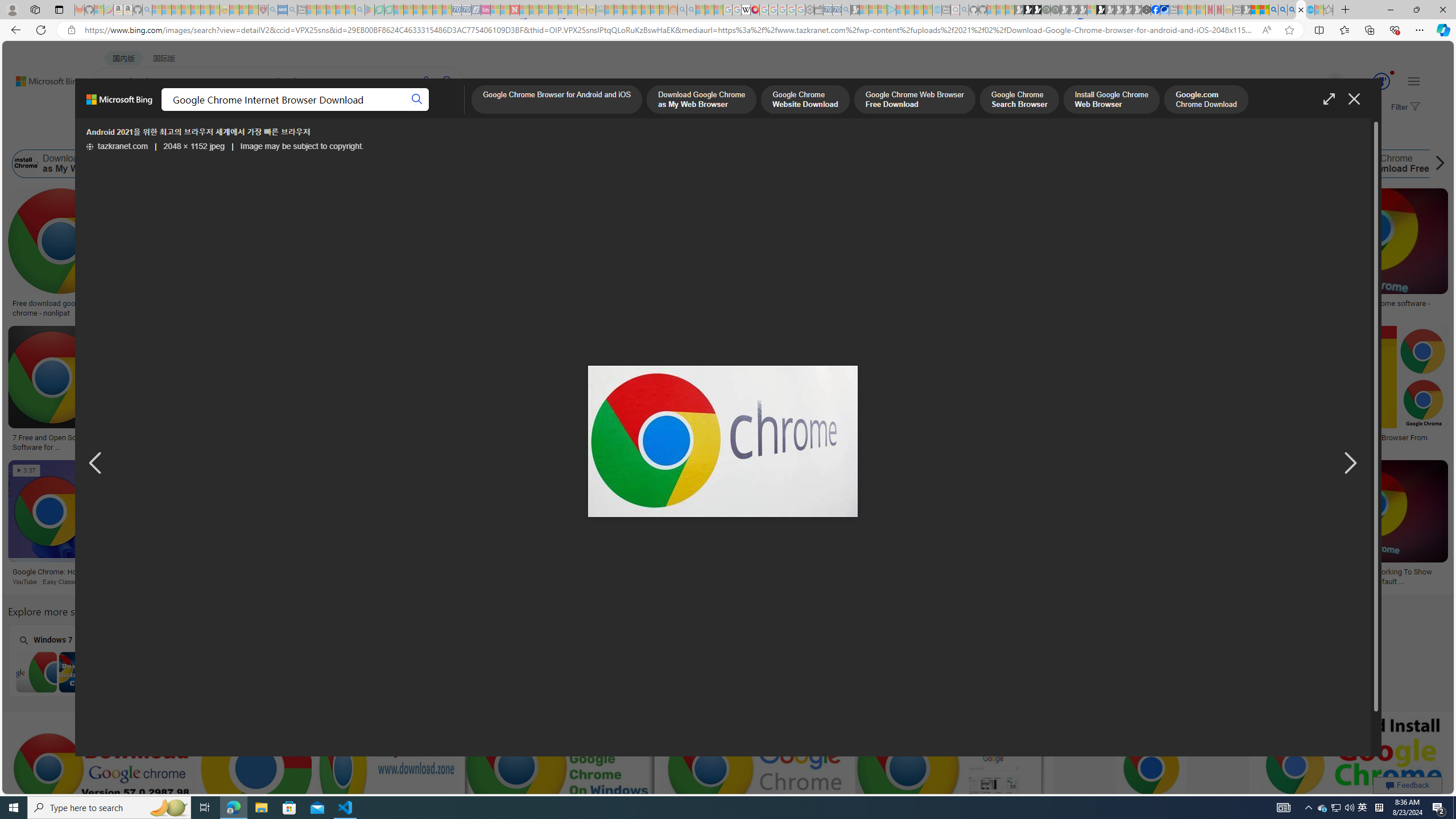  Describe the element at coordinates (195, 9) in the screenshot. I see `'New Report Confirms 2023 Was Record Hot | Watch - Sleeping'` at that location.